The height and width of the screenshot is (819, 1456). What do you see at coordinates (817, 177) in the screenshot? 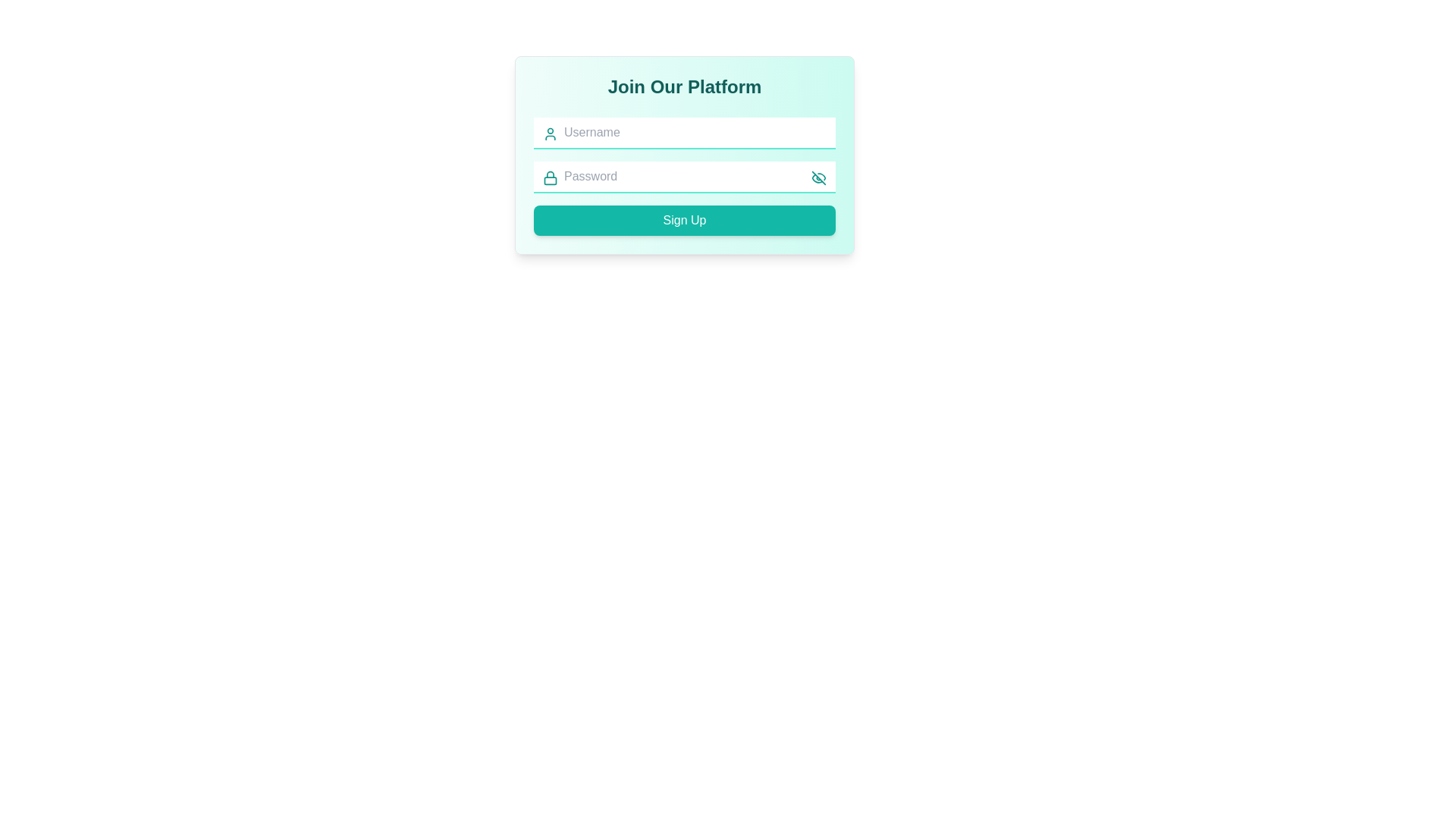
I see `the third component of the eye-off icon, which is located to the far right of the password input field, to toggle the visibility of the sensitive input` at bounding box center [817, 177].